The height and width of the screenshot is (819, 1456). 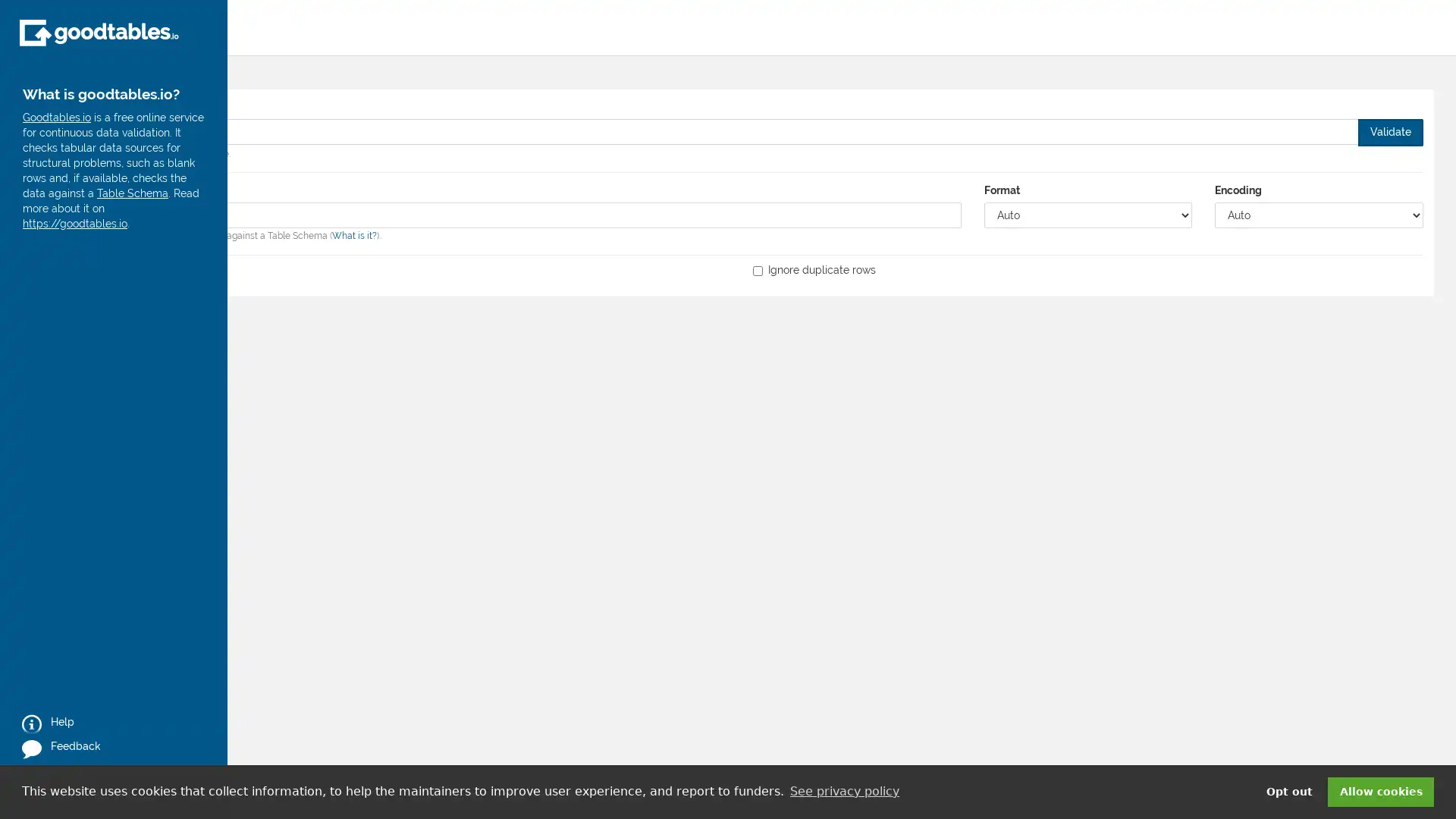 What do you see at coordinates (1288, 791) in the screenshot?
I see `deny cookies` at bounding box center [1288, 791].